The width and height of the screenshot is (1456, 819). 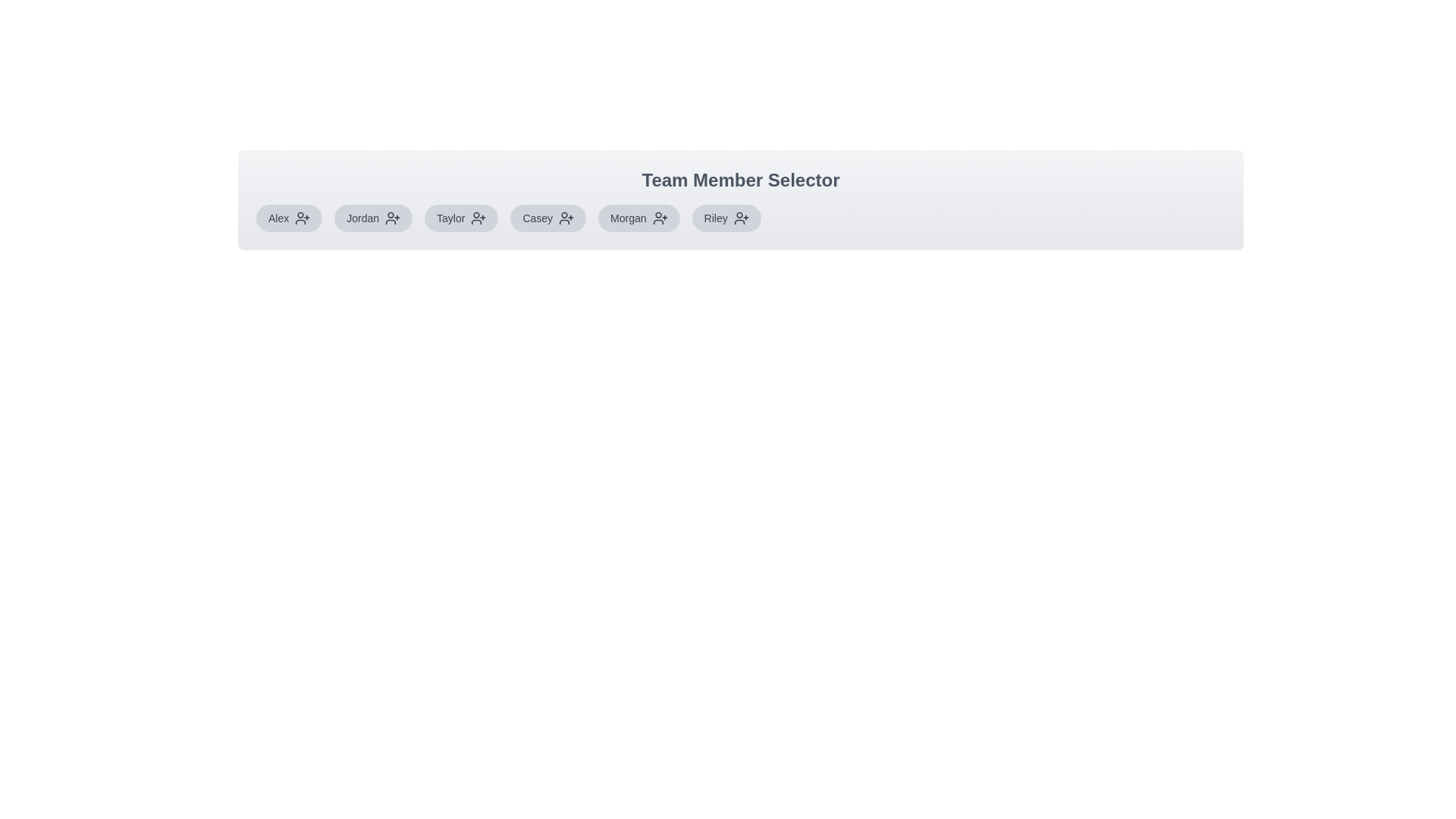 What do you see at coordinates (460, 218) in the screenshot?
I see `the team member Taylor to observe hover styles` at bounding box center [460, 218].